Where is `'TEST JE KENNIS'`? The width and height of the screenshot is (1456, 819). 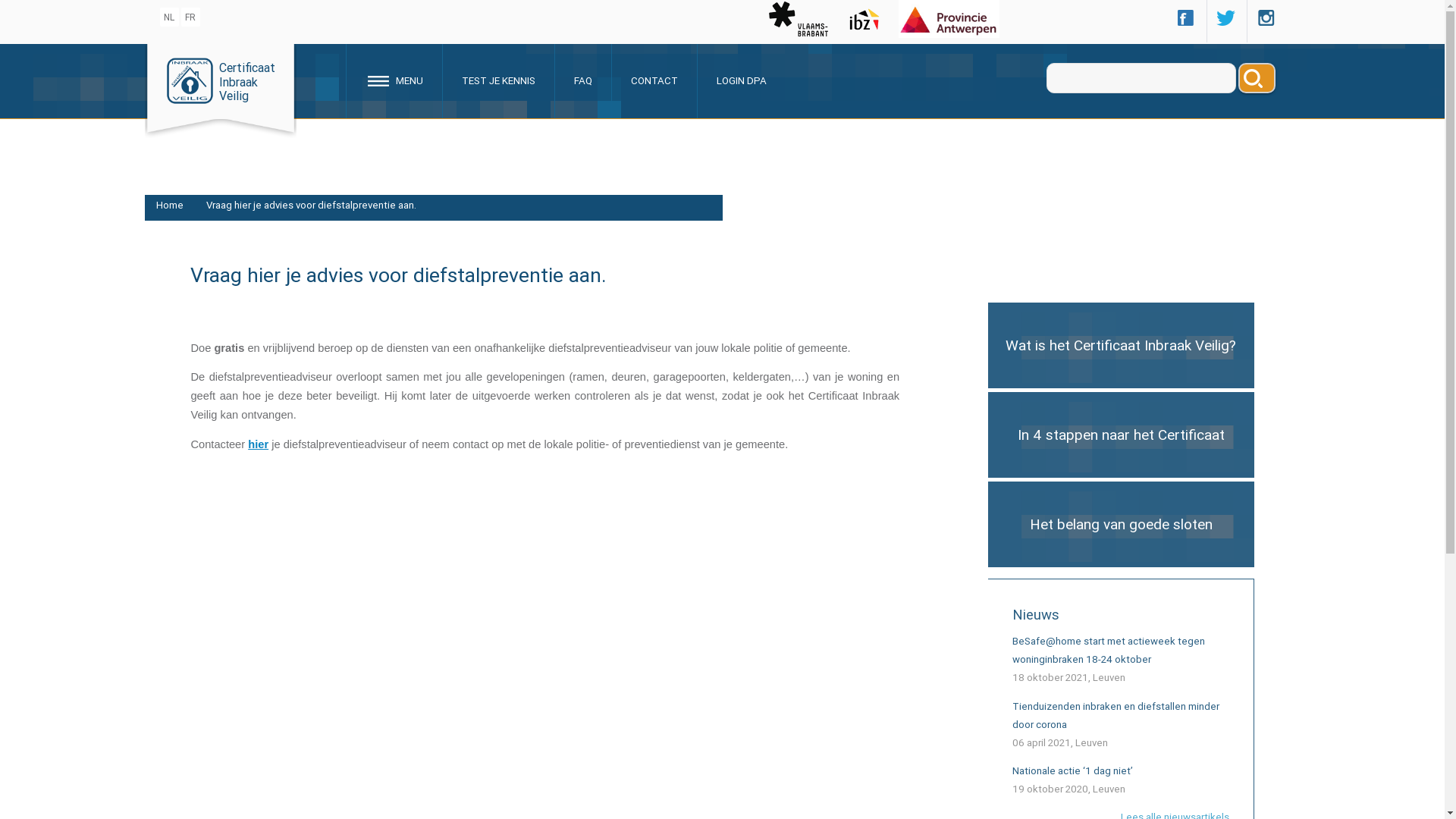 'TEST JE KENNIS' is located at coordinates (498, 81).